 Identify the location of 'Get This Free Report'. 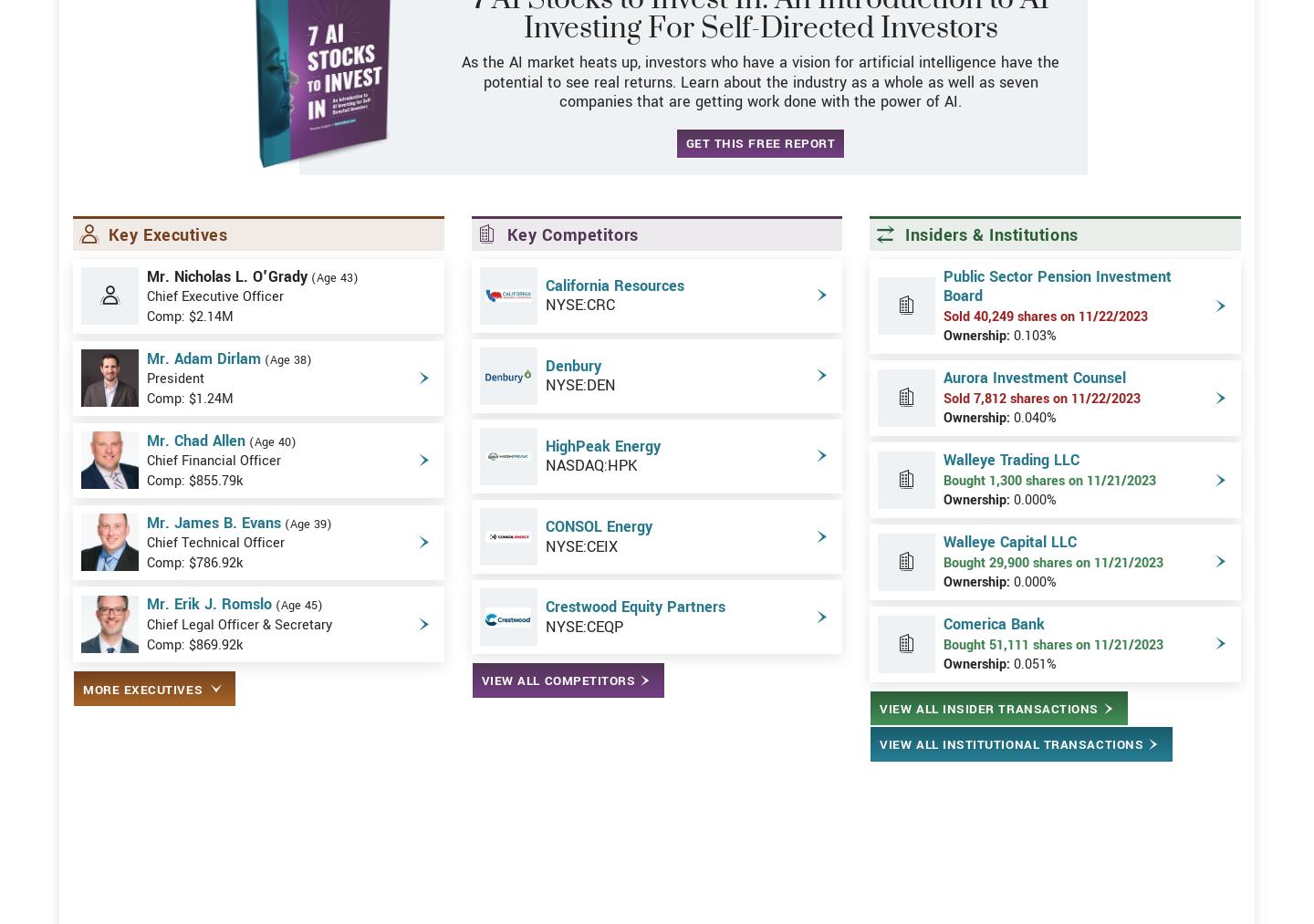
(760, 207).